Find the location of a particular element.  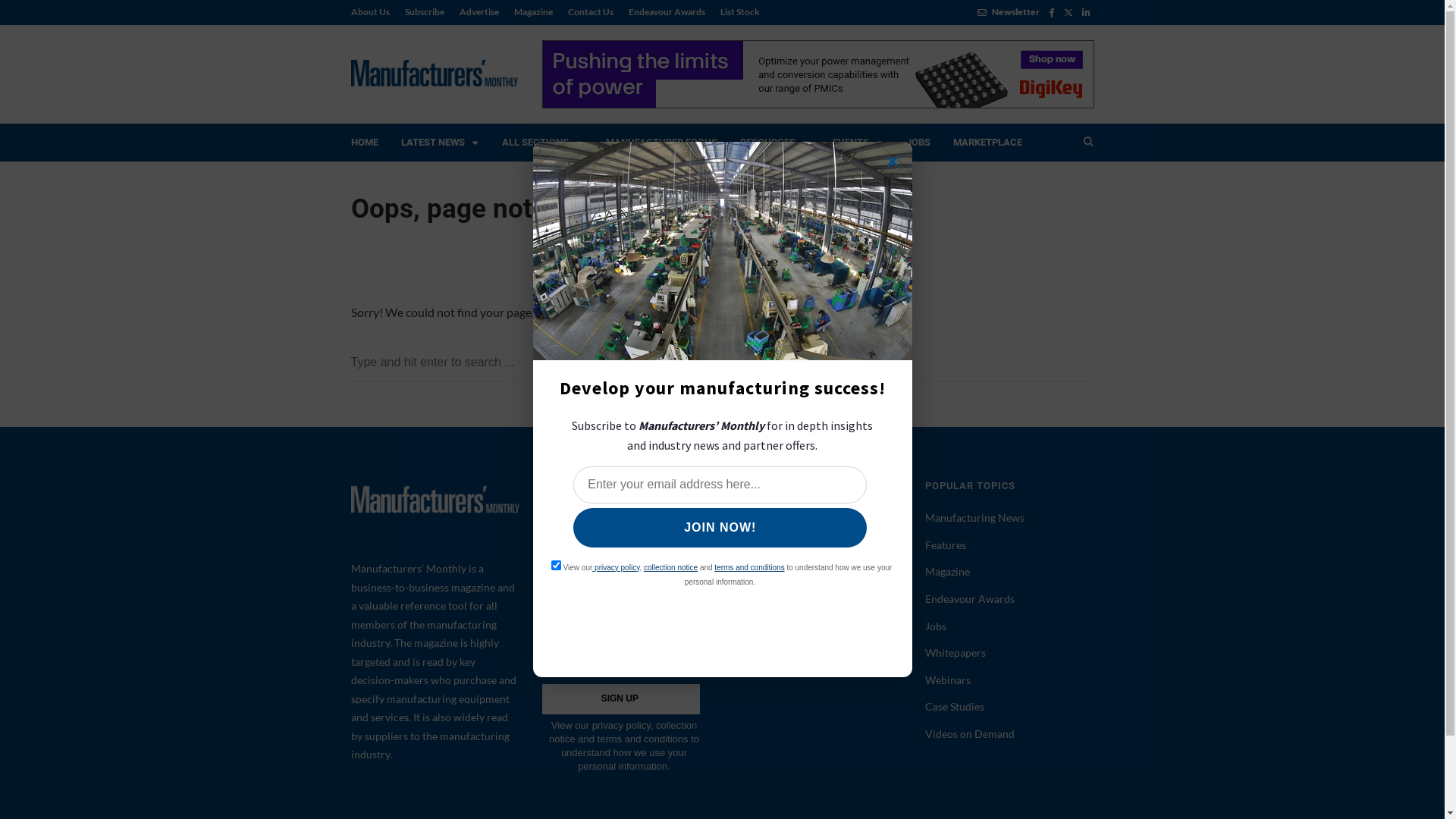

'LATEST NEWS' is located at coordinates (439, 143).